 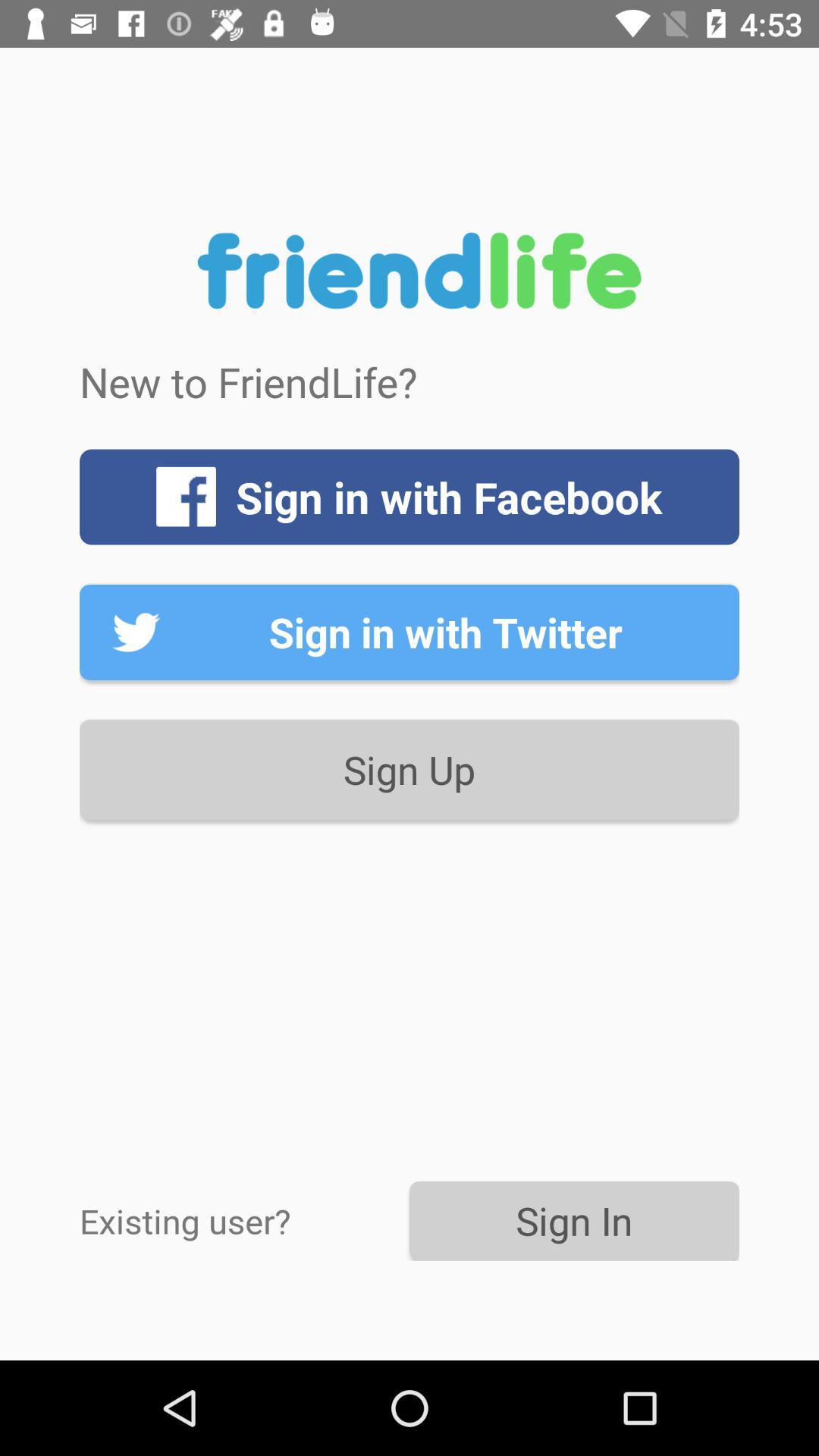 I want to click on the item to the left of sign in item, so click(x=243, y=1220).